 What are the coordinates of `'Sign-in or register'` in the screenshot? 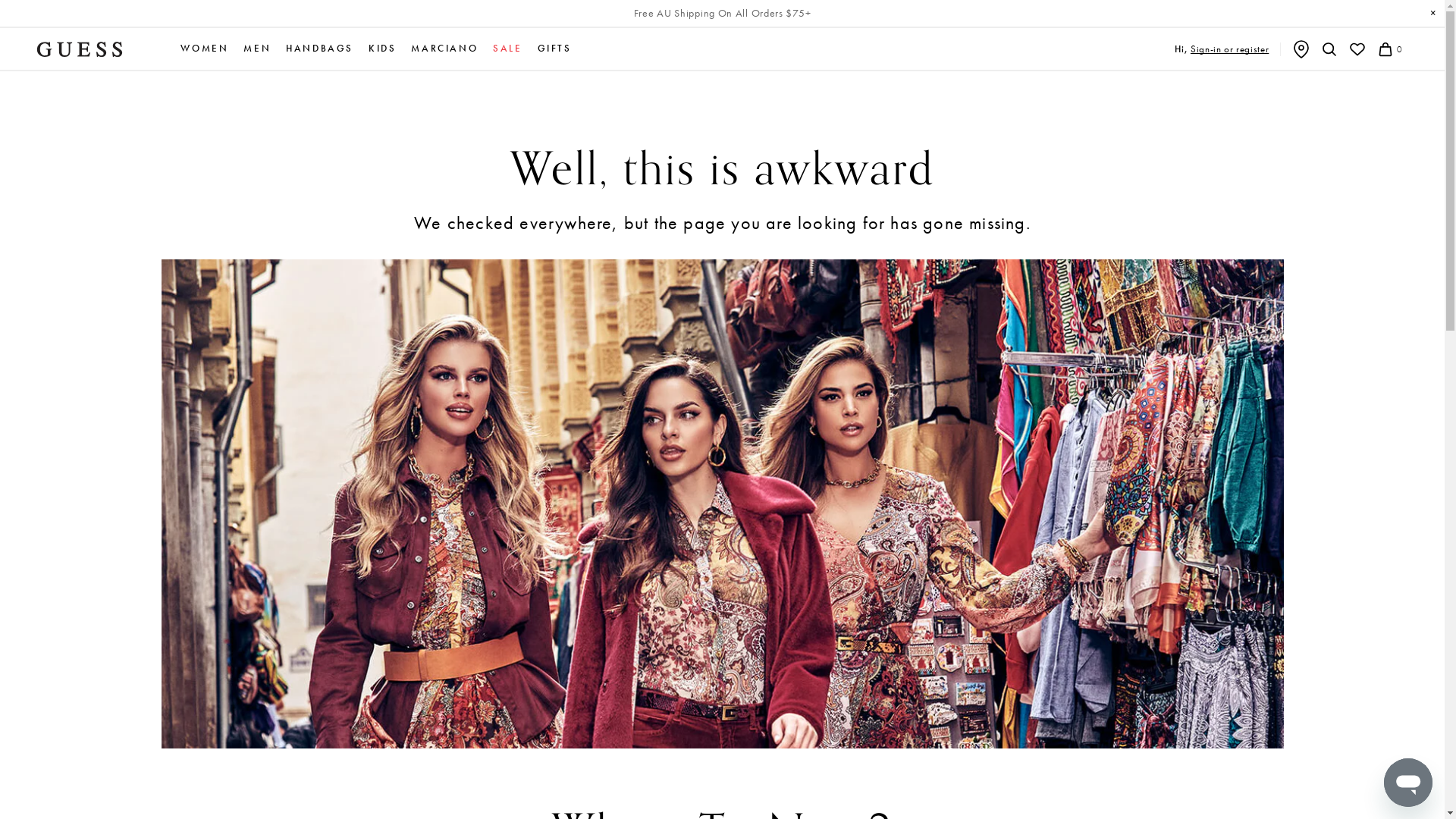 It's located at (1229, 48).